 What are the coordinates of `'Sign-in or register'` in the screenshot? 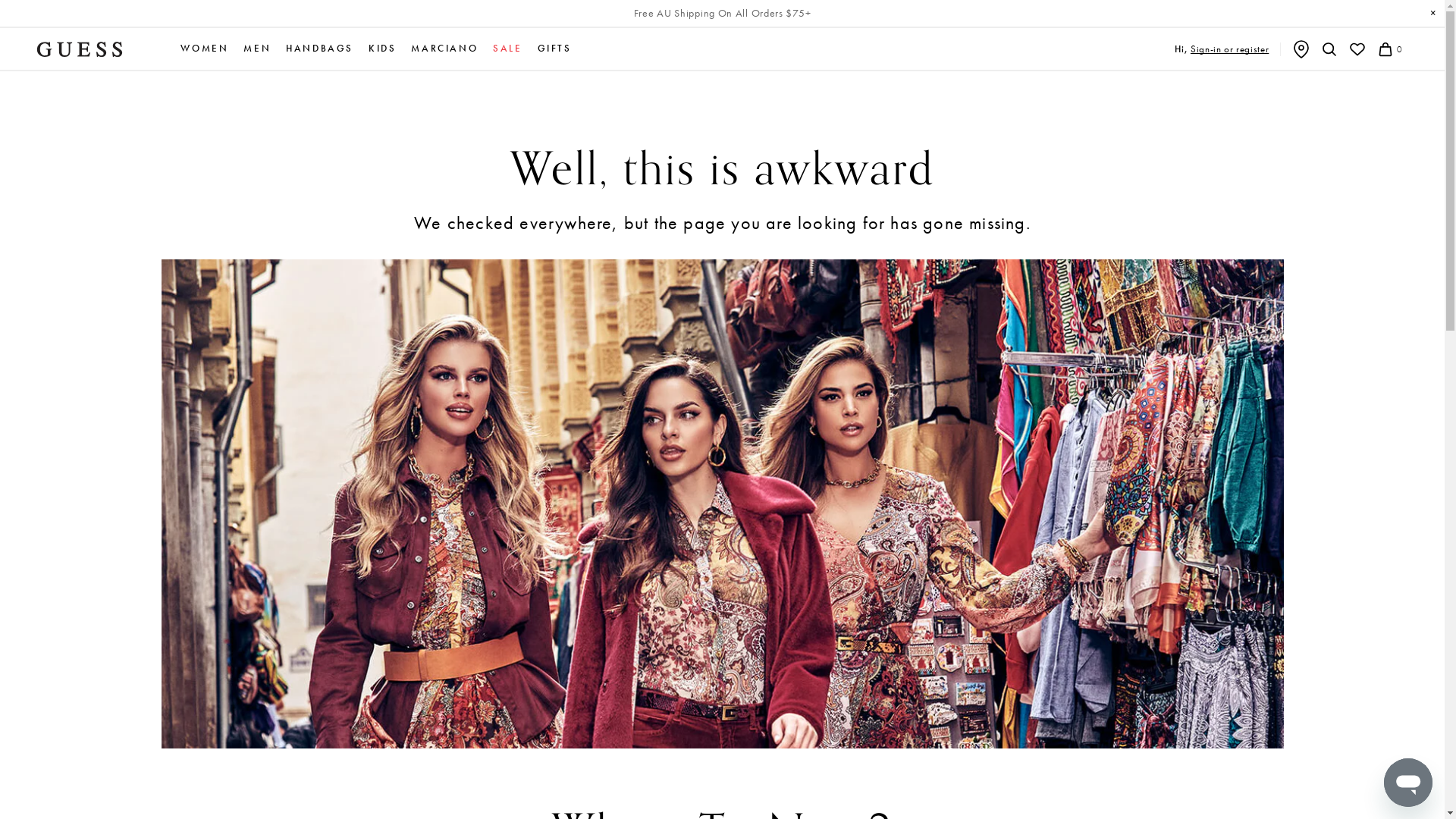 It's located at (1229, 48).